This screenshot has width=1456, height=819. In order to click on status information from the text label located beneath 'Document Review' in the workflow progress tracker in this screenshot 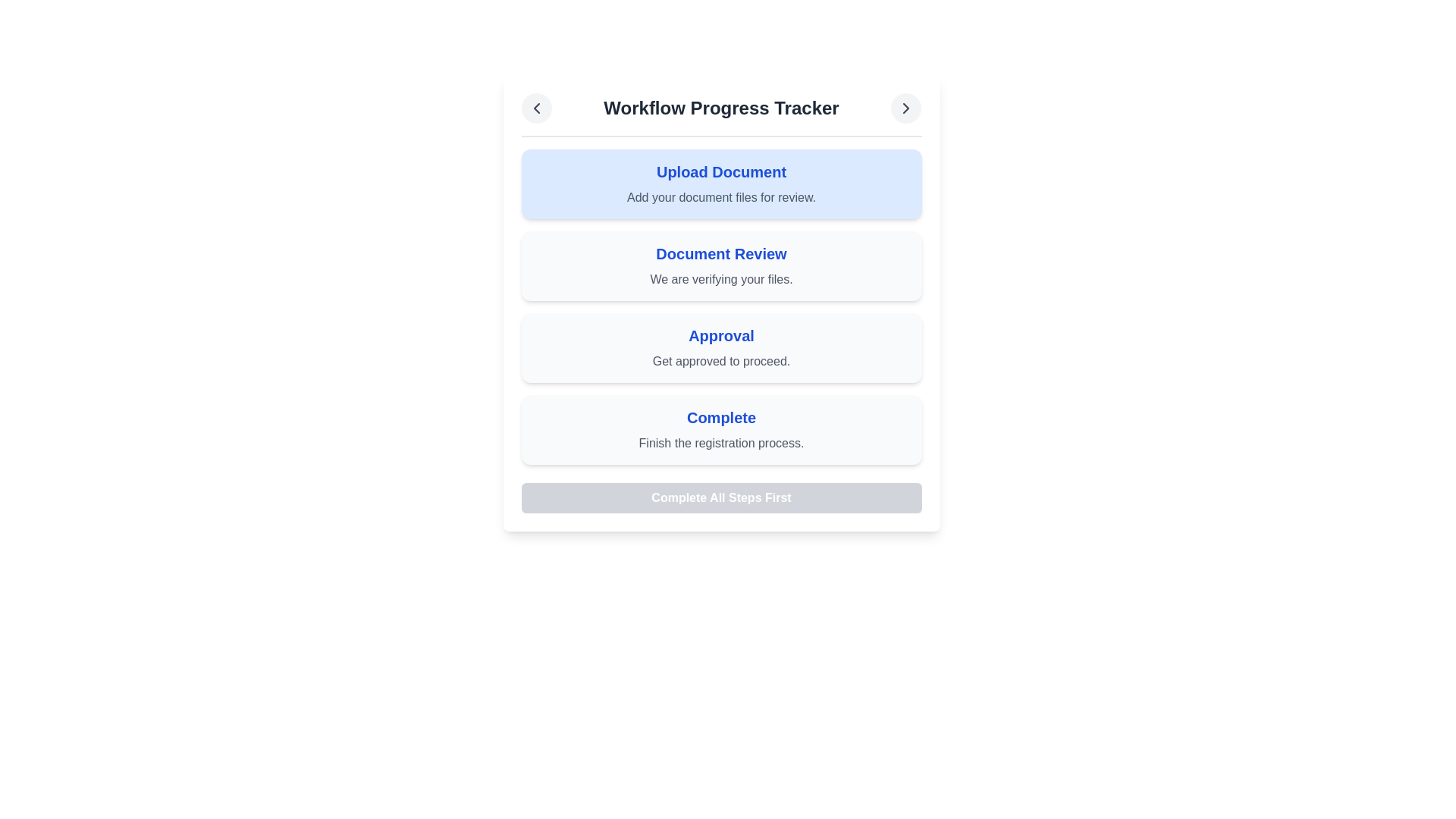, I will do `click(720, 280)`.